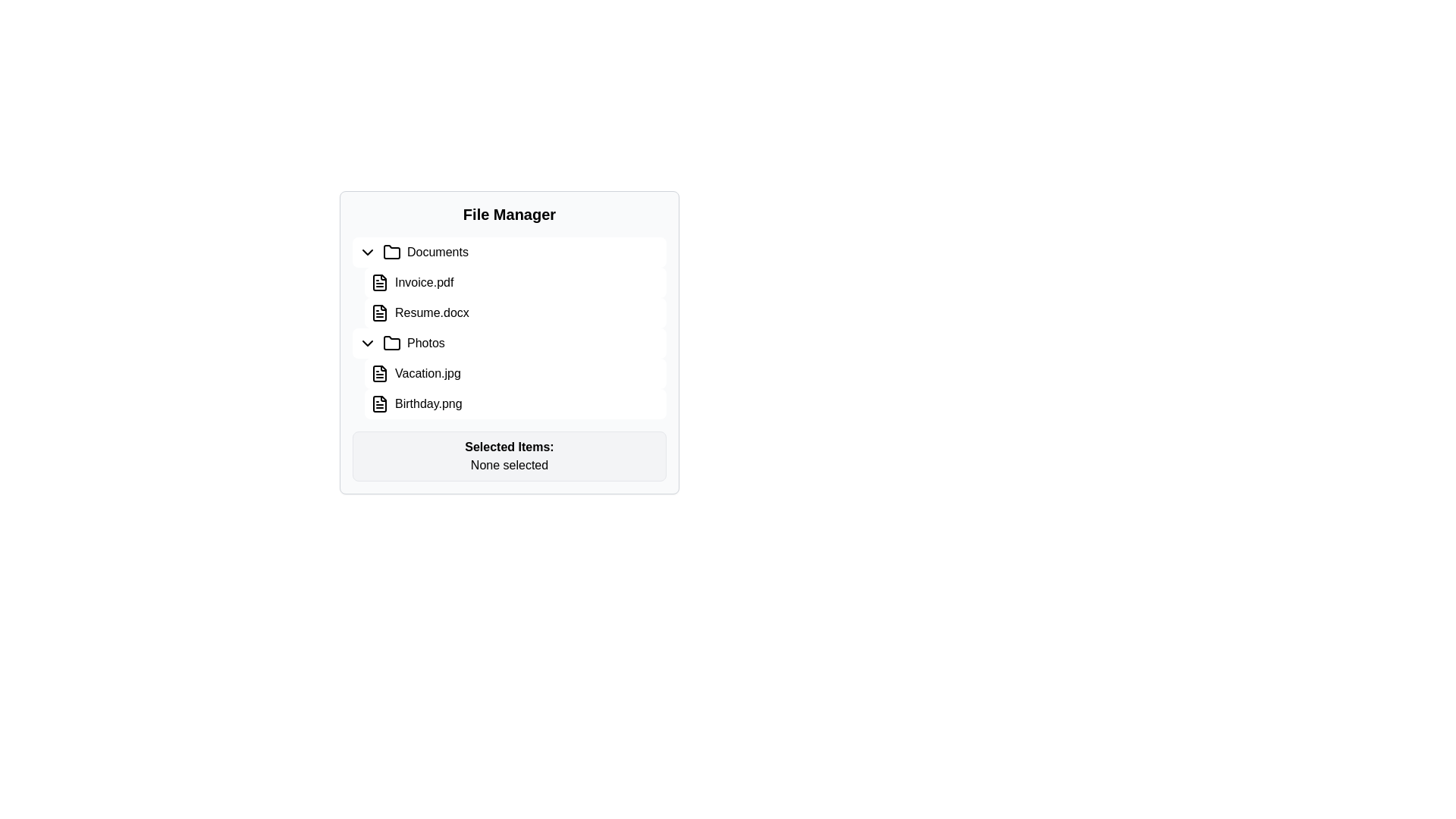 The image size is (1456, 819). I want to click on the 'Resume.docx' file item located within the 'Documents' folder in the file manager interface, so click(510, 283).